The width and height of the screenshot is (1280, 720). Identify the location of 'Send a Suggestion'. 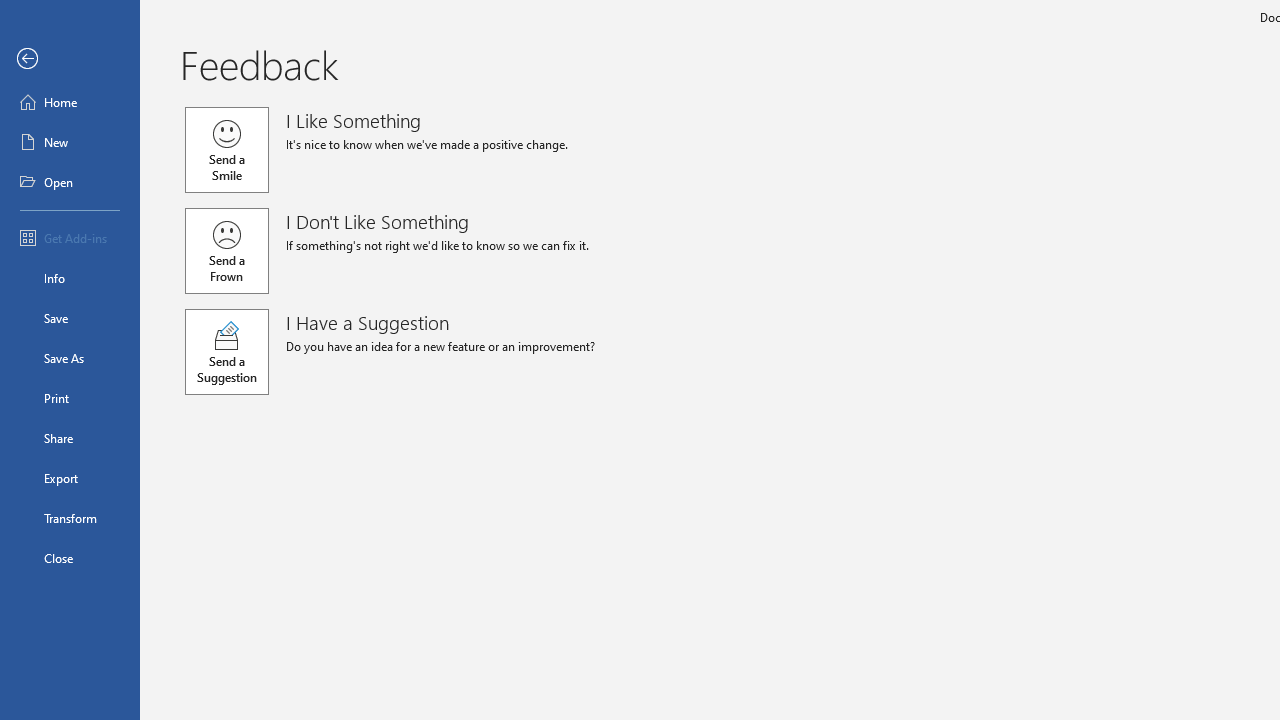
(227, 351).